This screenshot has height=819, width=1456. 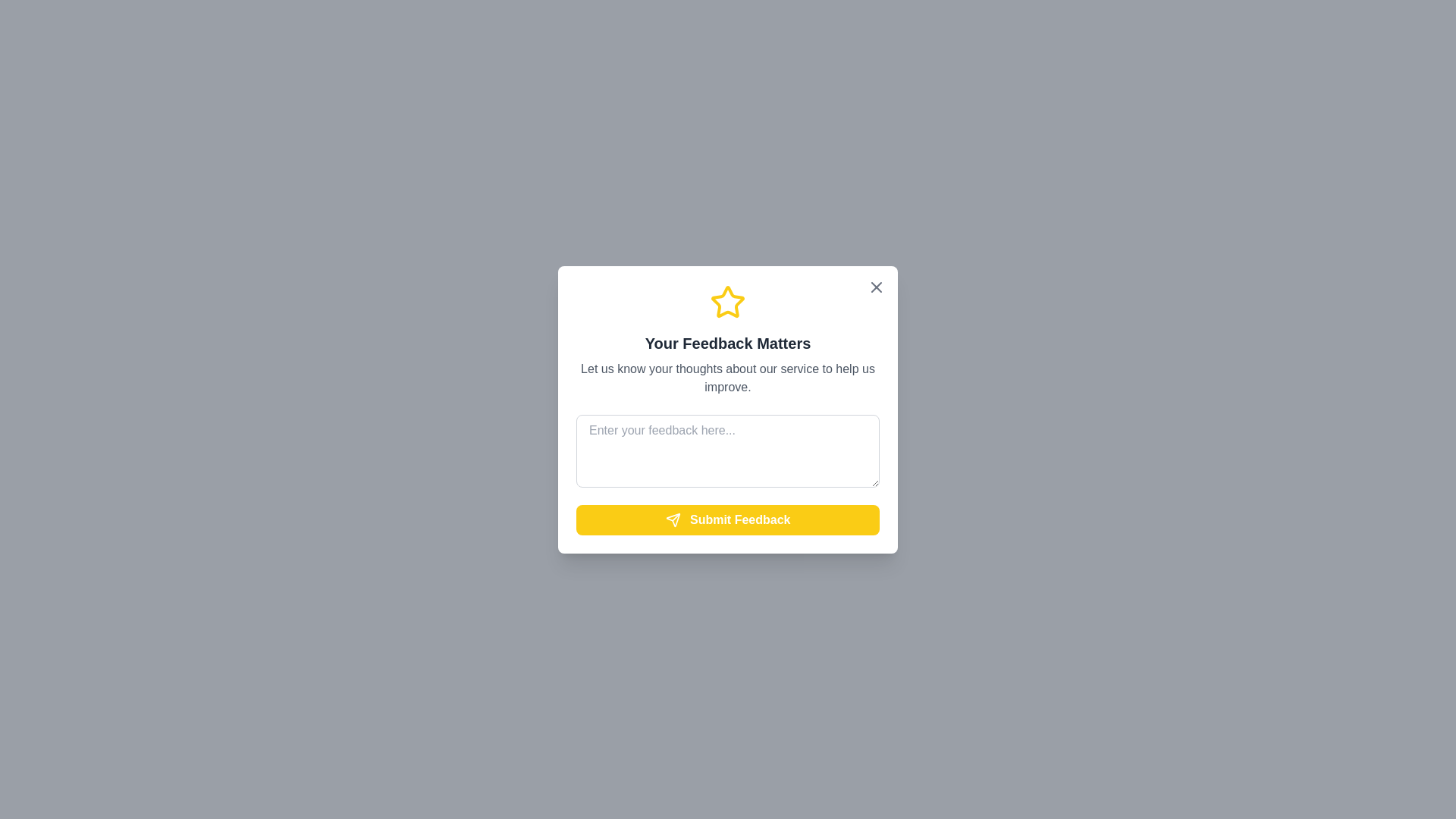 What do you see at coordinates (877, 287) in the screenshot?
I see `the close button to close the feedback dialog` at bounding box center [877, 287].